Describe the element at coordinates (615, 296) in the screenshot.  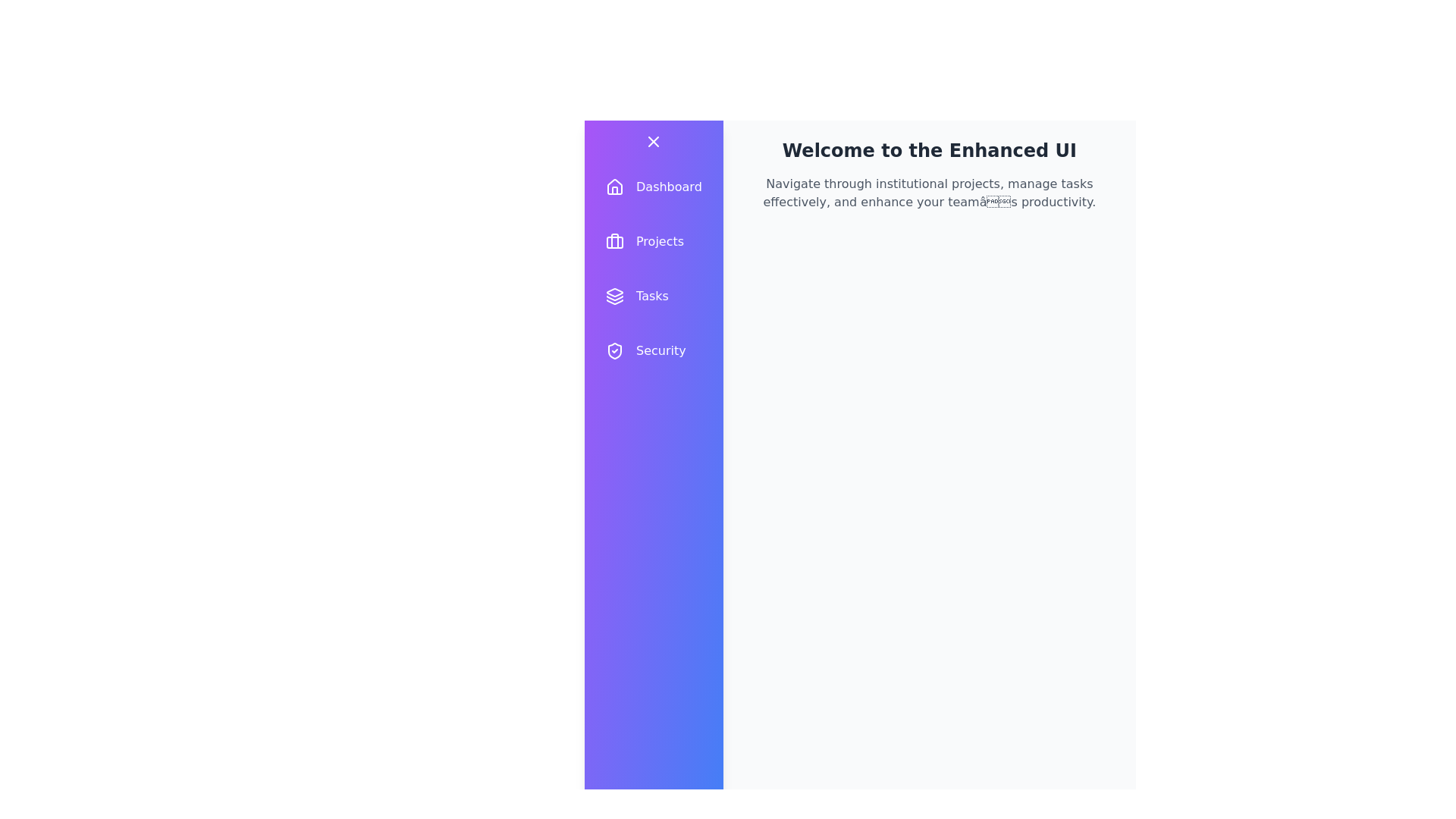
I see `the 'Tasks' icon, which is a small icon depicting three overlapping layers stacked together, located in a vertical menu with a gradient purple background` at that location.